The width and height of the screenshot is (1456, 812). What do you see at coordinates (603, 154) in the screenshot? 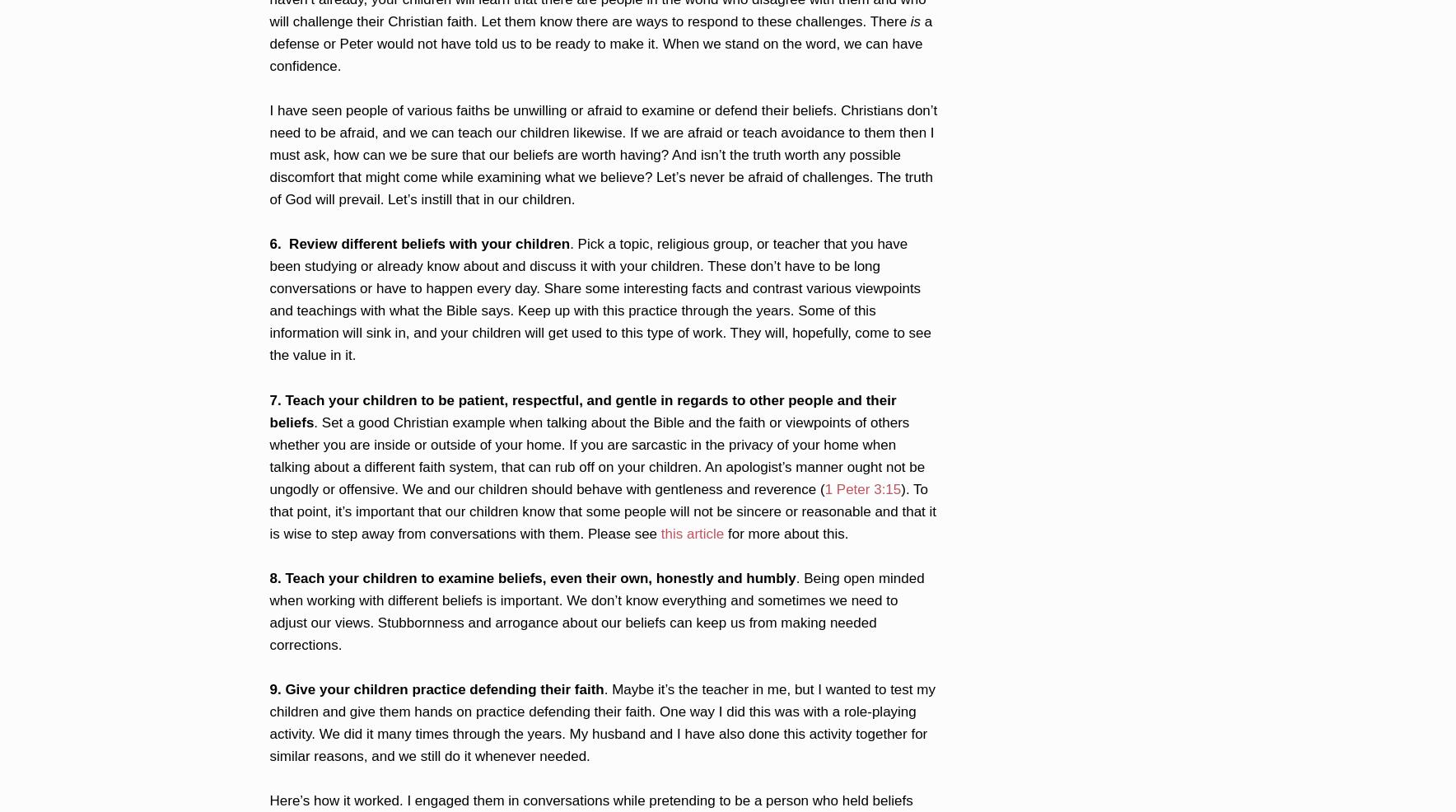
I see `'I have seen people of various faiths be unwilling or afraid to examine or defend their beliefs. Christians don’t need to be afraid, and we can teach our children likewise. If we are afraid or teach avoidance to them then I must ask, how can we be sure that our beliefs are worth having? And isn’t the truth worth any possible discomfort that might come while examining what we believe? Let’s never be afraid of challenges. The truth of God will prevail. Let’s instill that in our children.'` at bounding box center [603, 154].